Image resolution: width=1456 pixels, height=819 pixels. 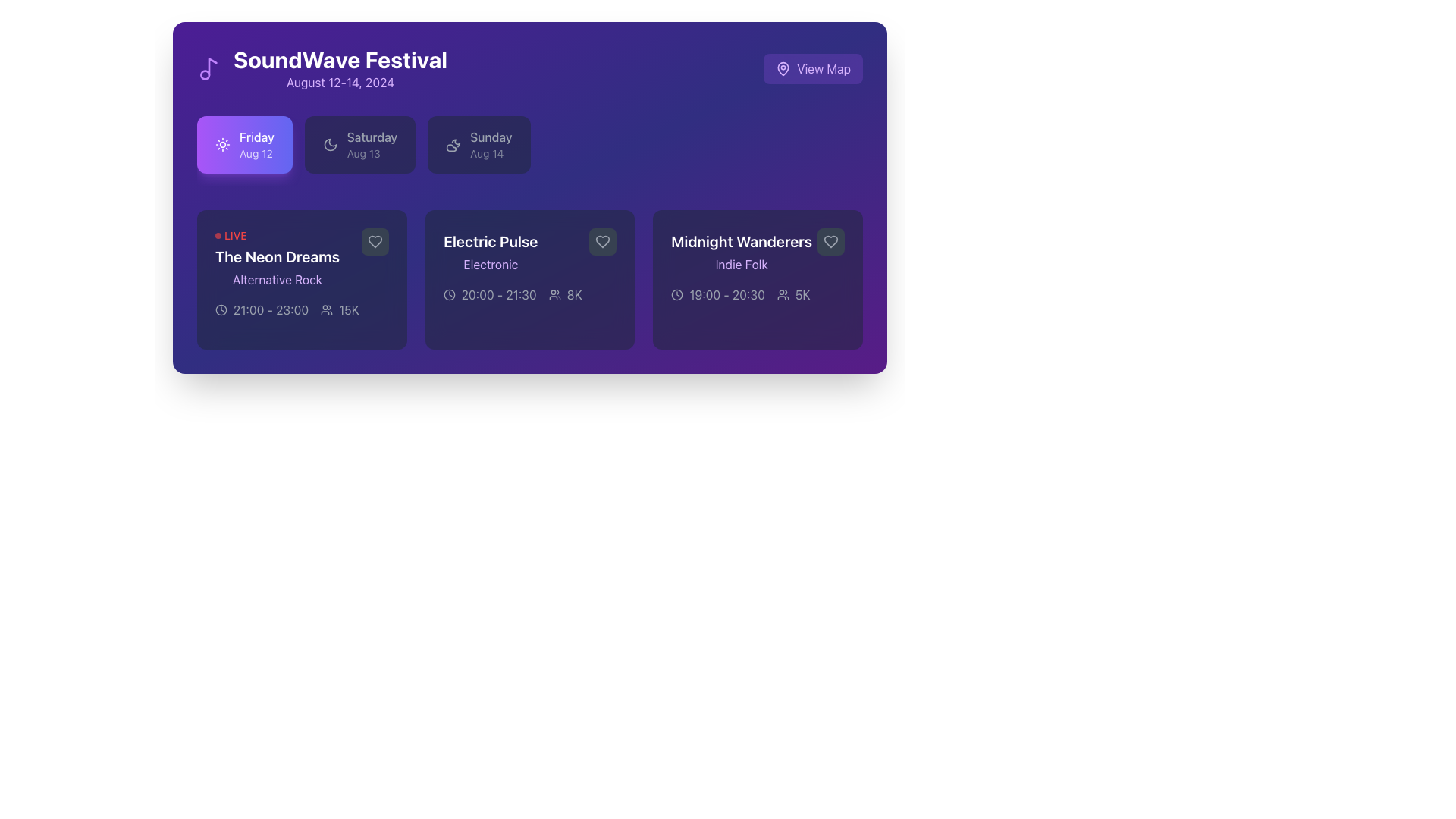 I want to click on the icon button located in the top-right corner of the 'Midnight Wanderers' card, so click(x=830, y=241).